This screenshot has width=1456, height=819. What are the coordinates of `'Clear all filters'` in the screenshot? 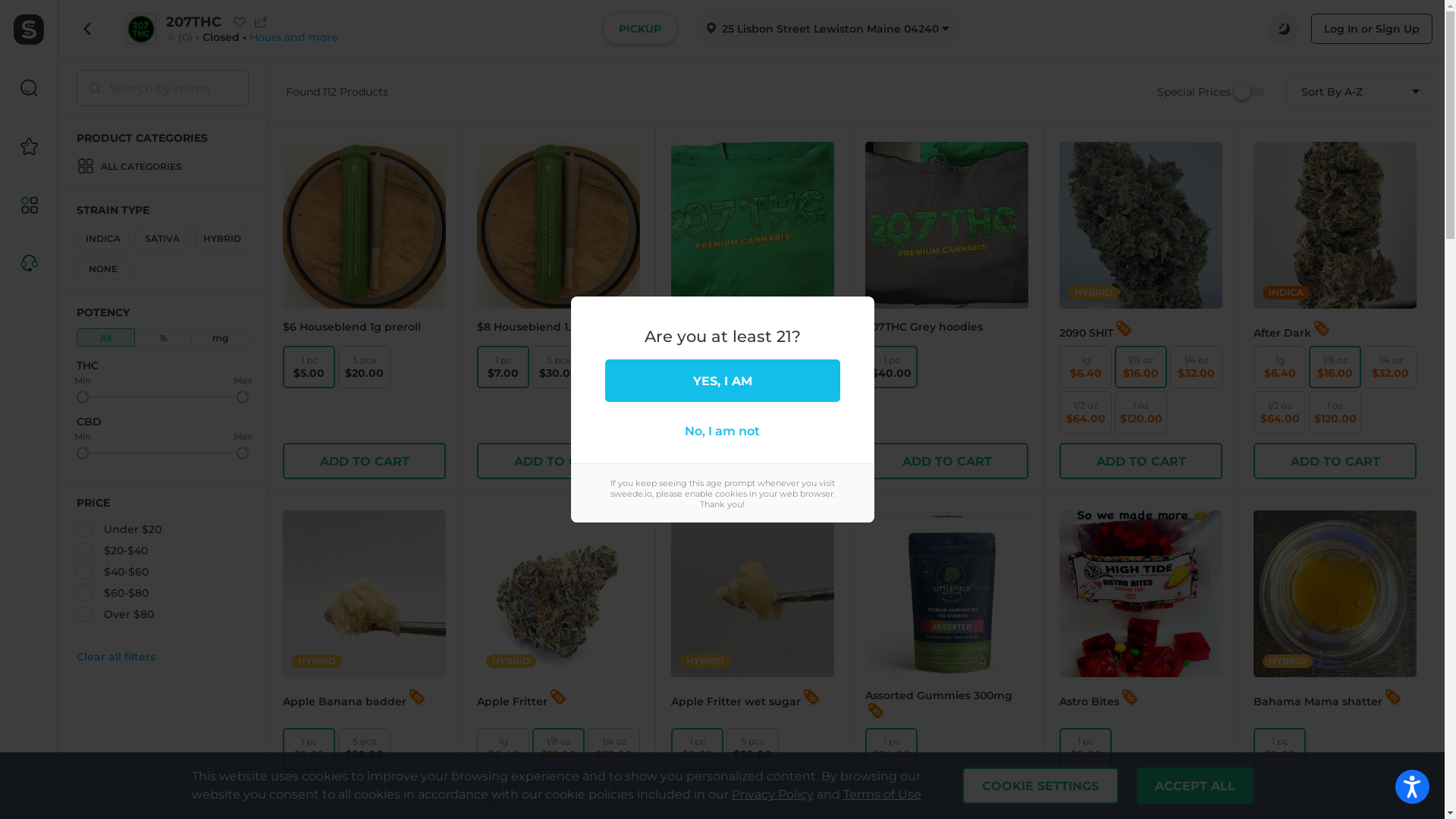 It's located at (162, 655).